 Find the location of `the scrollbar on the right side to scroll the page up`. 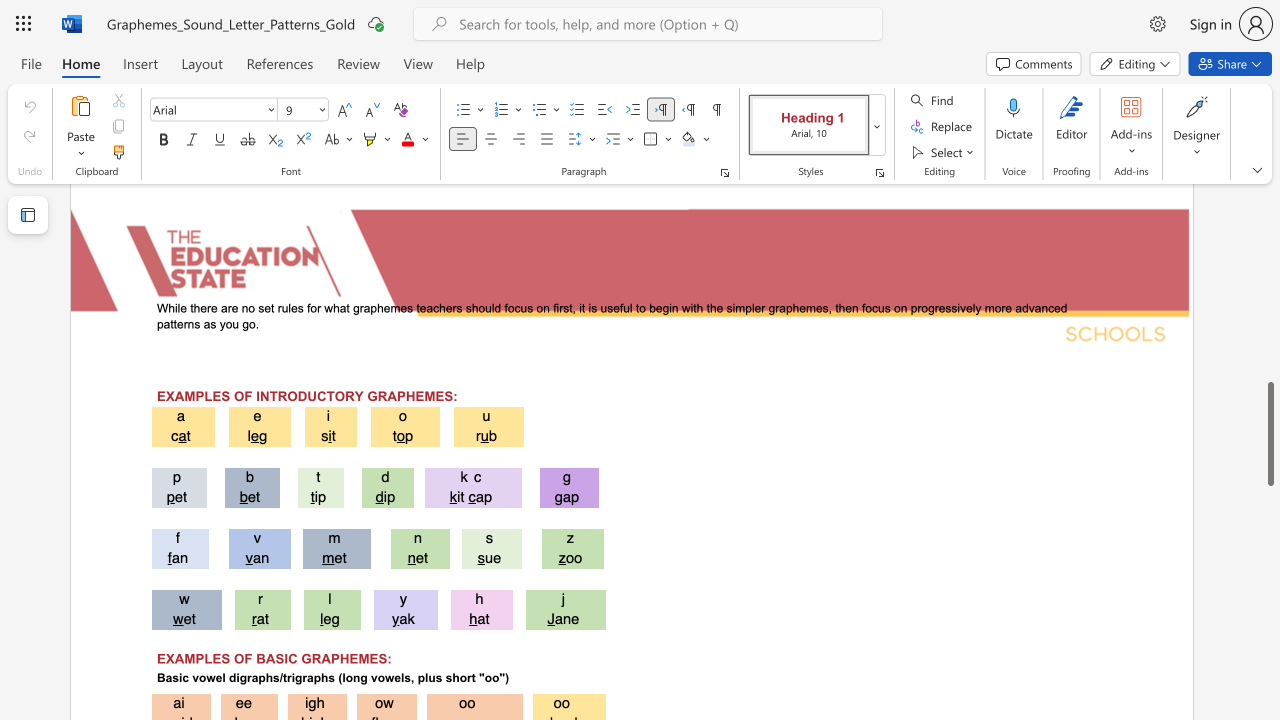

the scrollbar on the right side to scroll the page up is located at coordinates (1269, 270).